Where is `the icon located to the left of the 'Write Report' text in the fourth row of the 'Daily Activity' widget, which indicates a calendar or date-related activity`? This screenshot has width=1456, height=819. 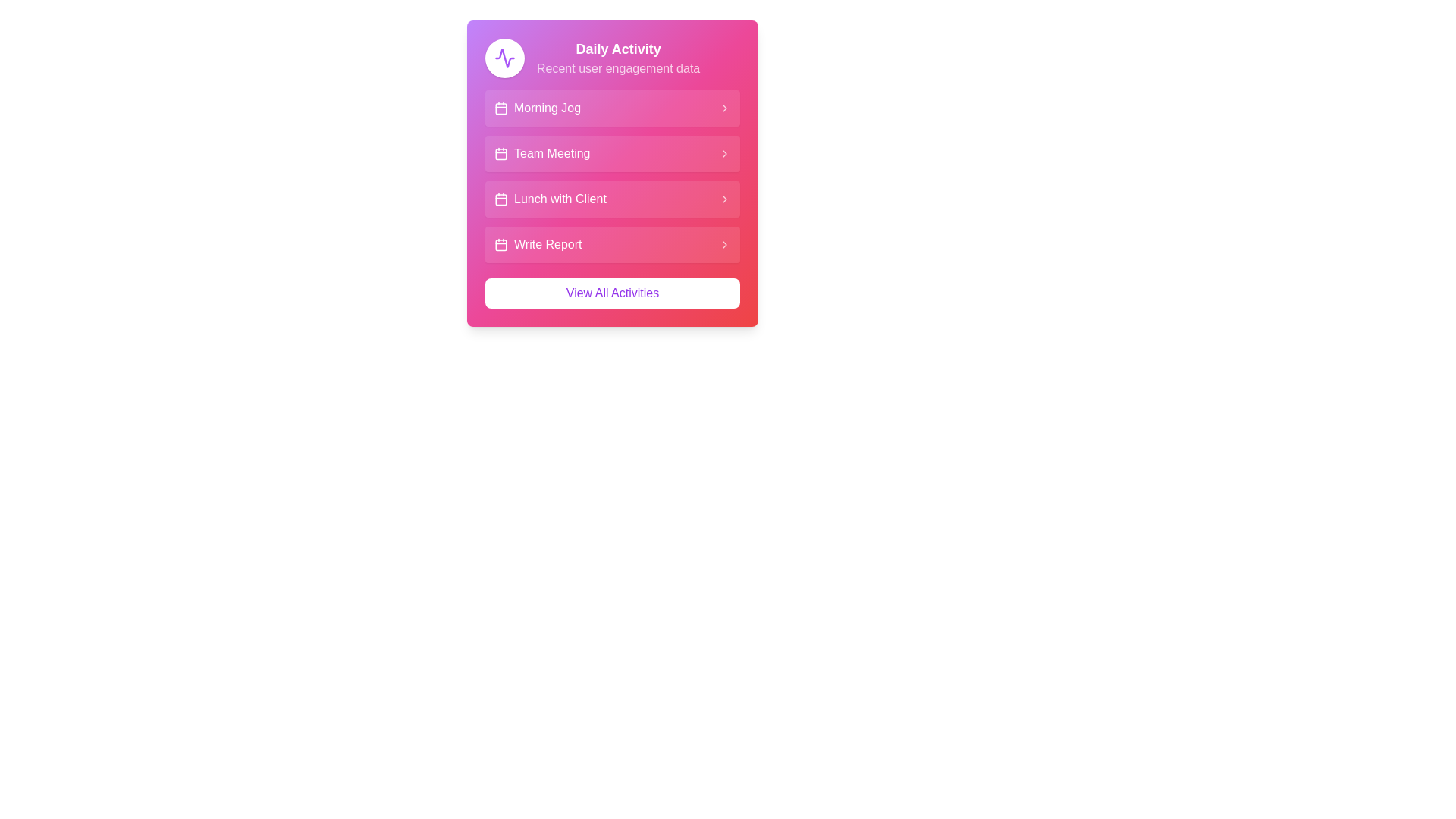 the icon located to the left of the 'Write Report' text in the fourth row of the 'Daily Activity' widget, which indicates a calendar or date-related activity is located at coordinates (501, 244).